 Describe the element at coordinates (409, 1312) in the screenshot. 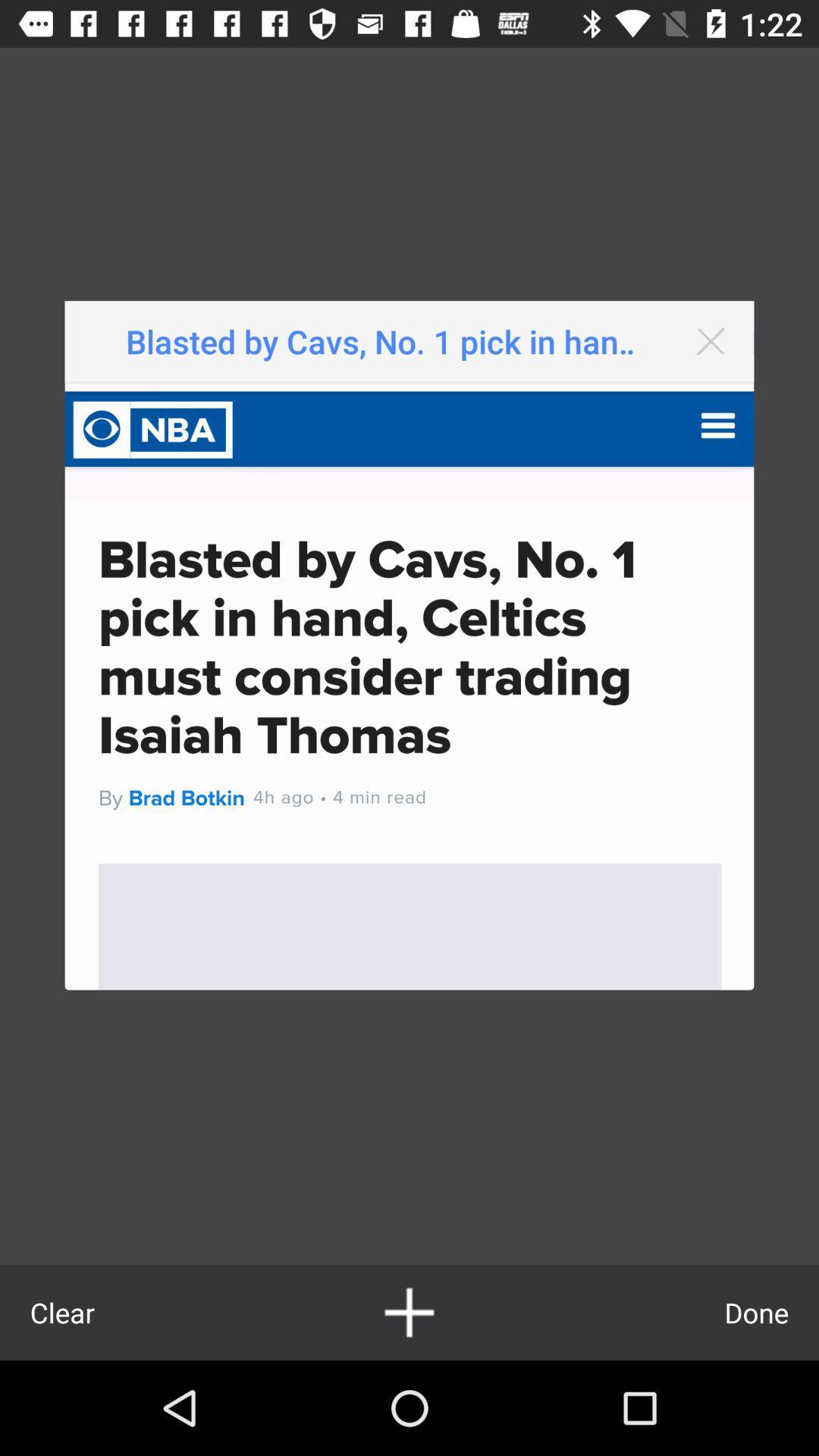

I see `app next to done item` at that location.